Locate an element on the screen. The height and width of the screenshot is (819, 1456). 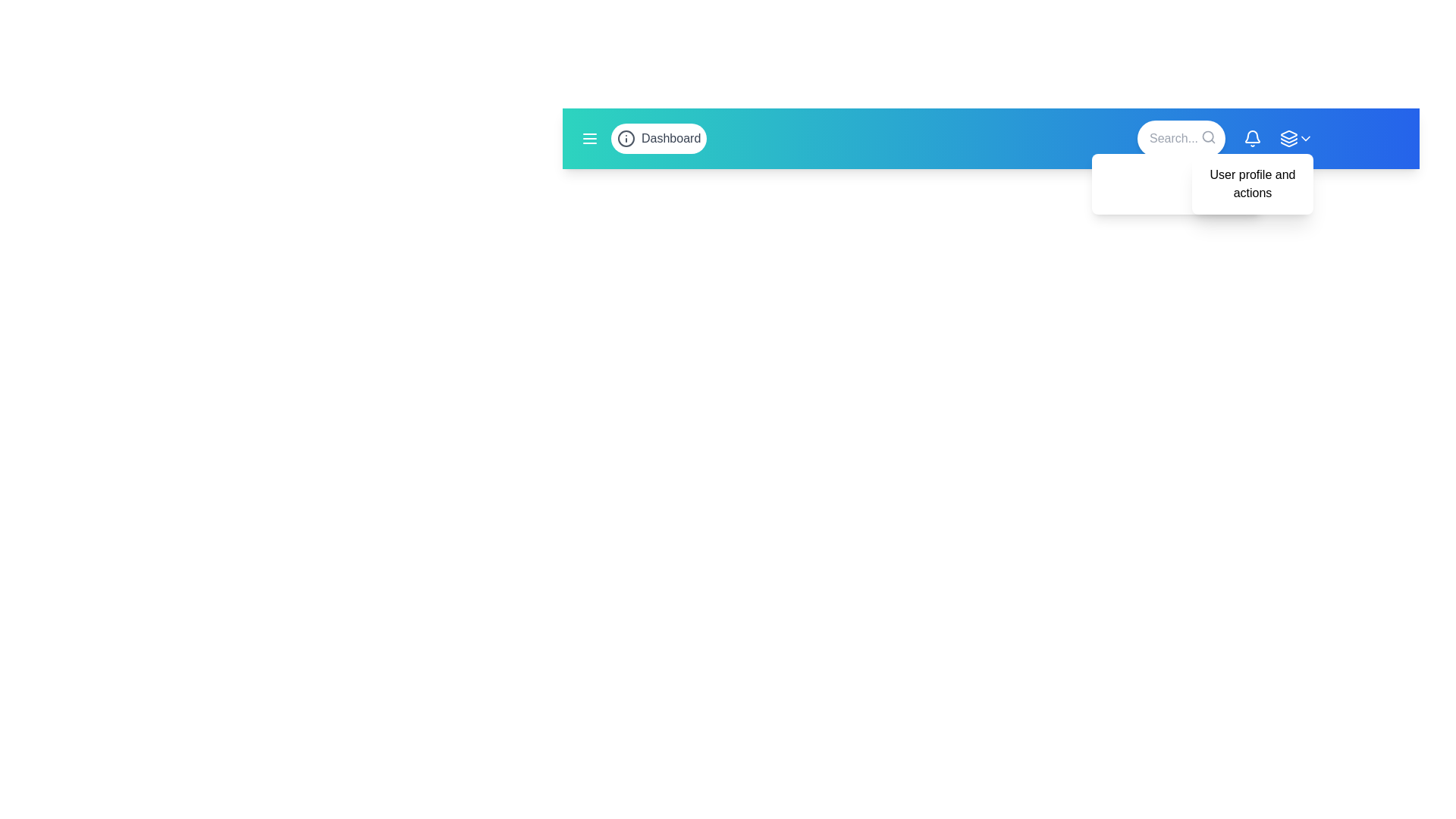
the compact SVG graphic icon shaped like a stack of three parallelogram layers, styled with a light blue fill and white outline, located towards the far right of the top navigation bar is located at coordinates (1288, 138).